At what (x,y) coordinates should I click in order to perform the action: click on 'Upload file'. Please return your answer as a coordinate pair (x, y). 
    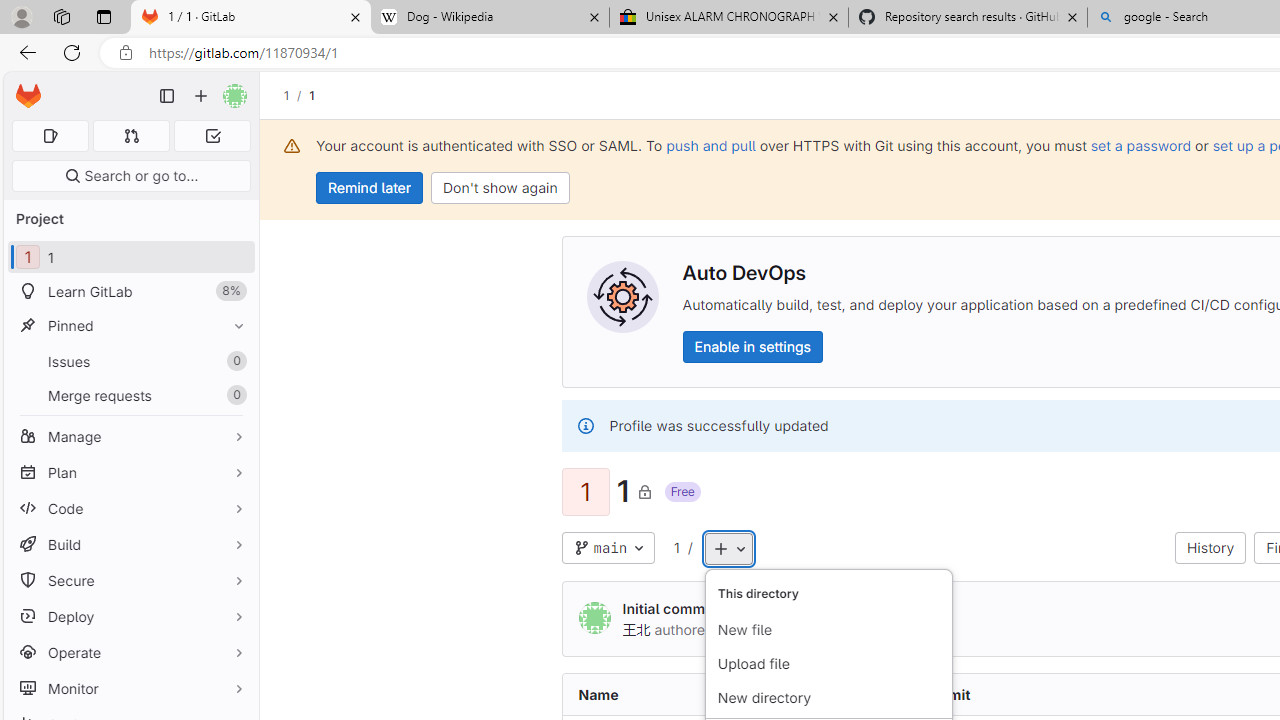
    Looking at the image, I should click on (828, 664).